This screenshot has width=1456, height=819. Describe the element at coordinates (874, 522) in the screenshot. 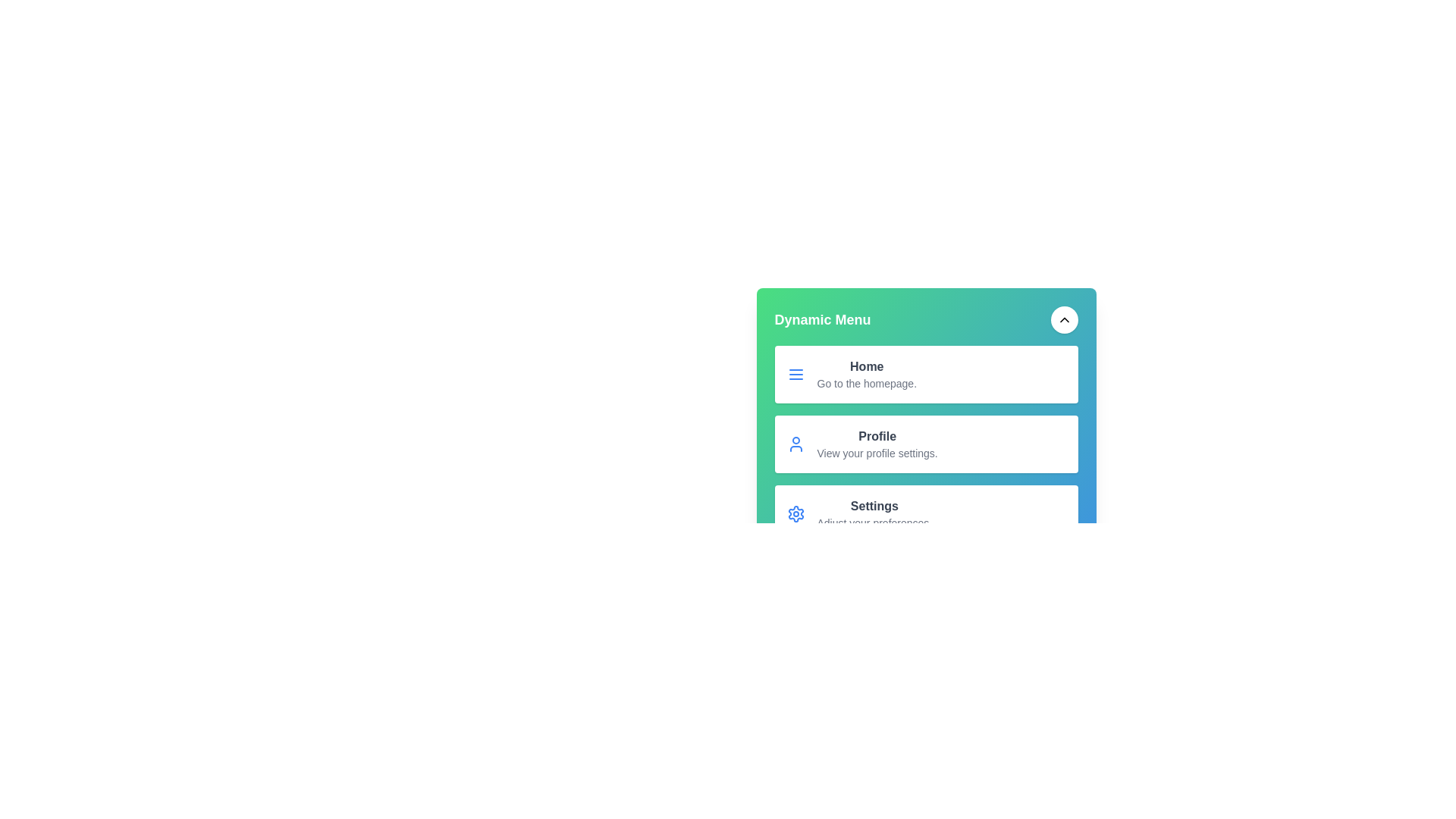

I see `the descriptive text element located below the 'Settings' label in the 'Settings' section of the vertical menu` at that location.